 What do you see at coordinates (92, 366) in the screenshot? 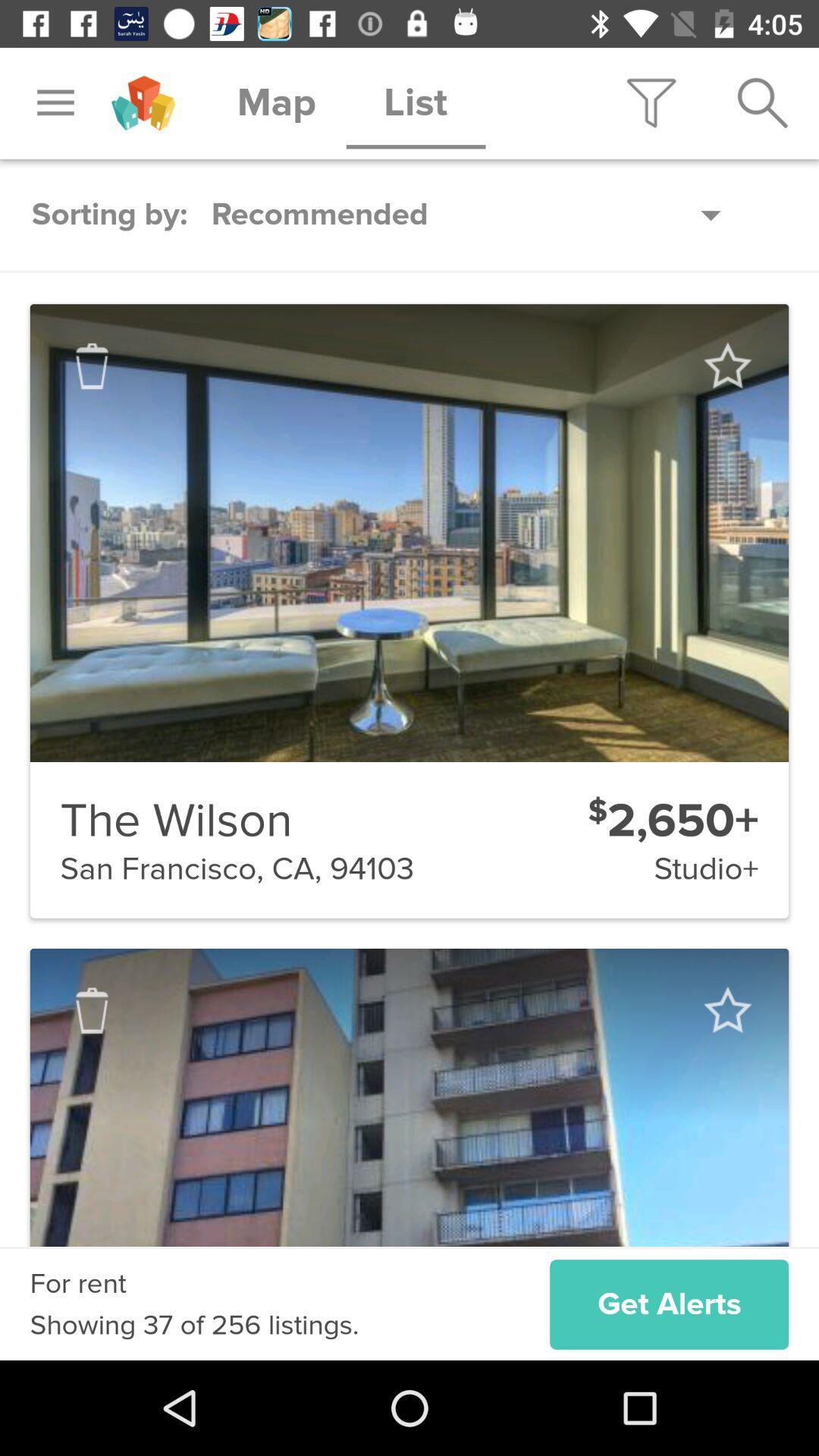
I see `move to trash` at bounding box center [92, 366].